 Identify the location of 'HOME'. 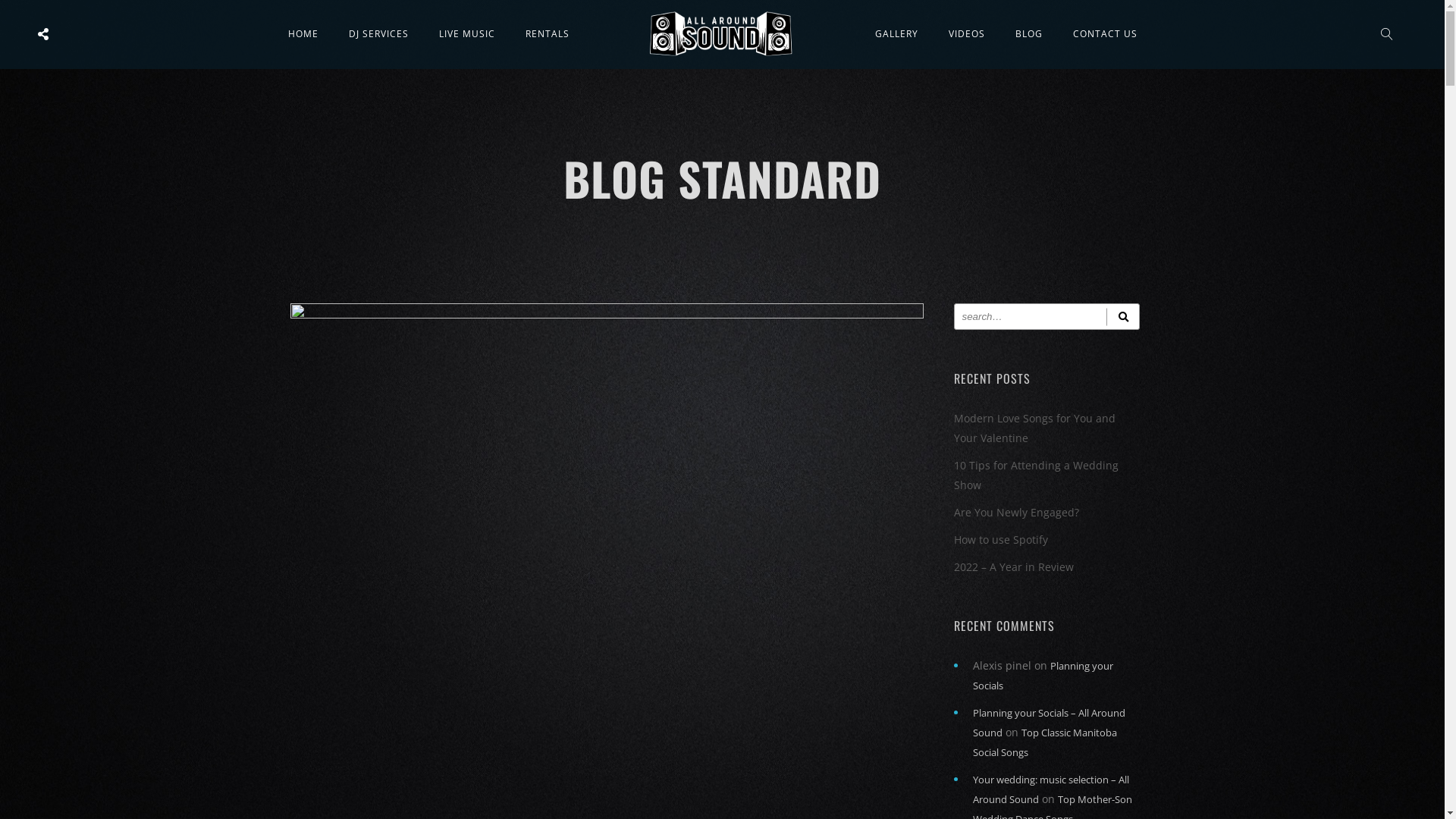
(303, 33).